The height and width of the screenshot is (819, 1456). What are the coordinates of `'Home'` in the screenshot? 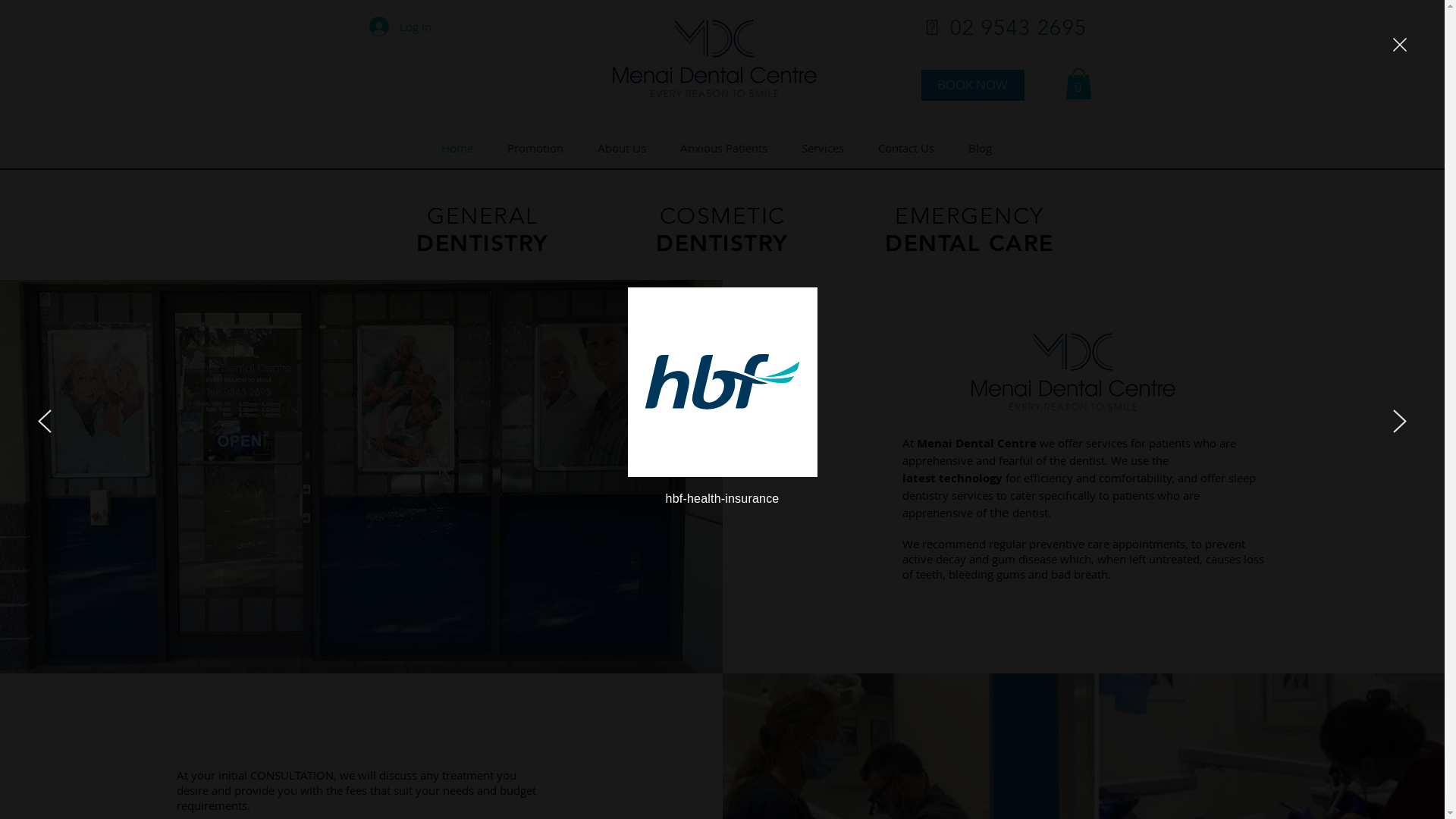 It's located at (428, 147).